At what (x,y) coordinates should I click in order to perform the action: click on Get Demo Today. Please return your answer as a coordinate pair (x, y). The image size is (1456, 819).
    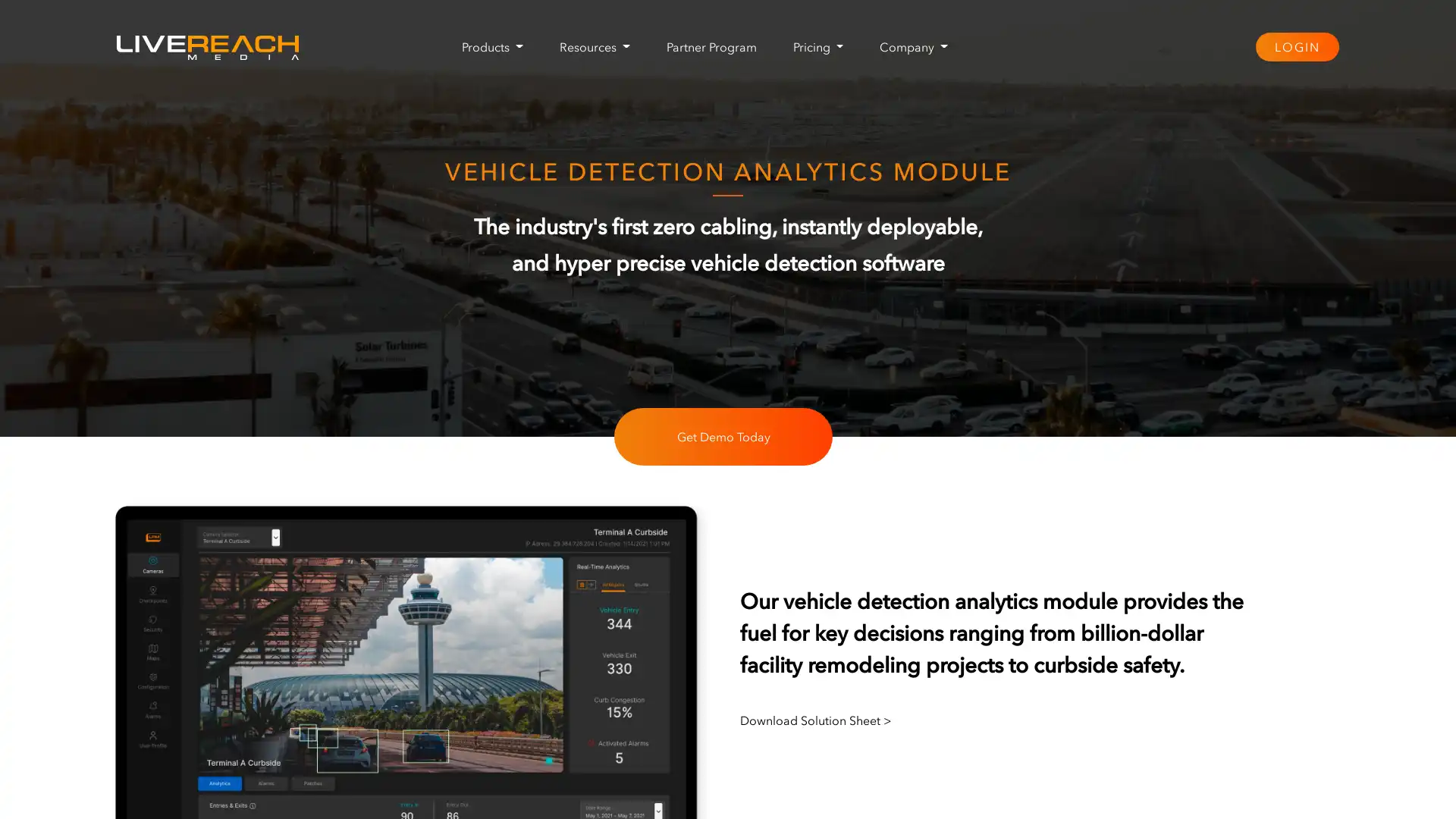
    Looking at the image, I should click on (723, 436).